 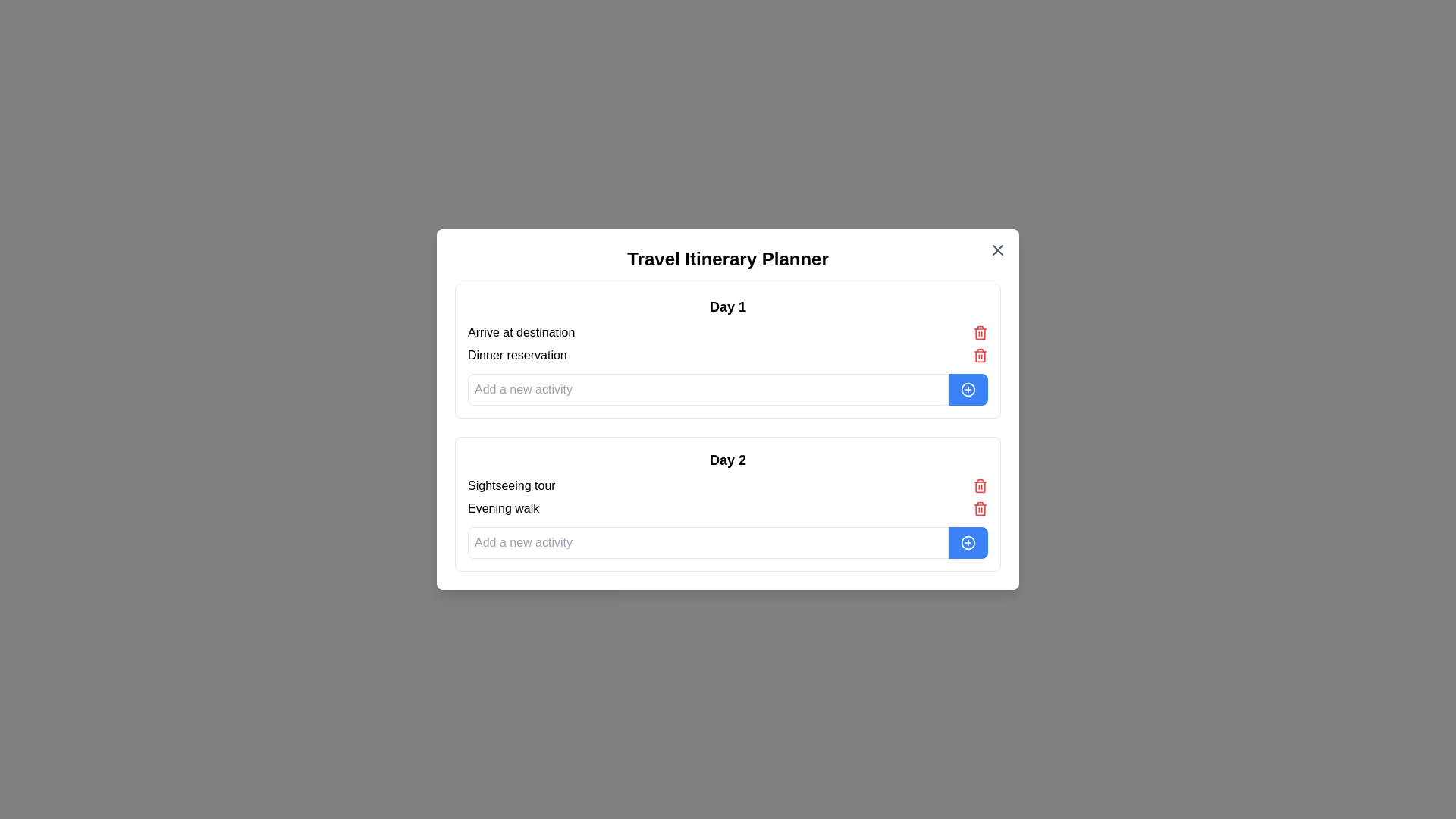 I want to click on the delete action button aligned to the right of the 'Arrive at destination' activity on Day 1 in the travel itinerary planner, so click(x=980, y=332).